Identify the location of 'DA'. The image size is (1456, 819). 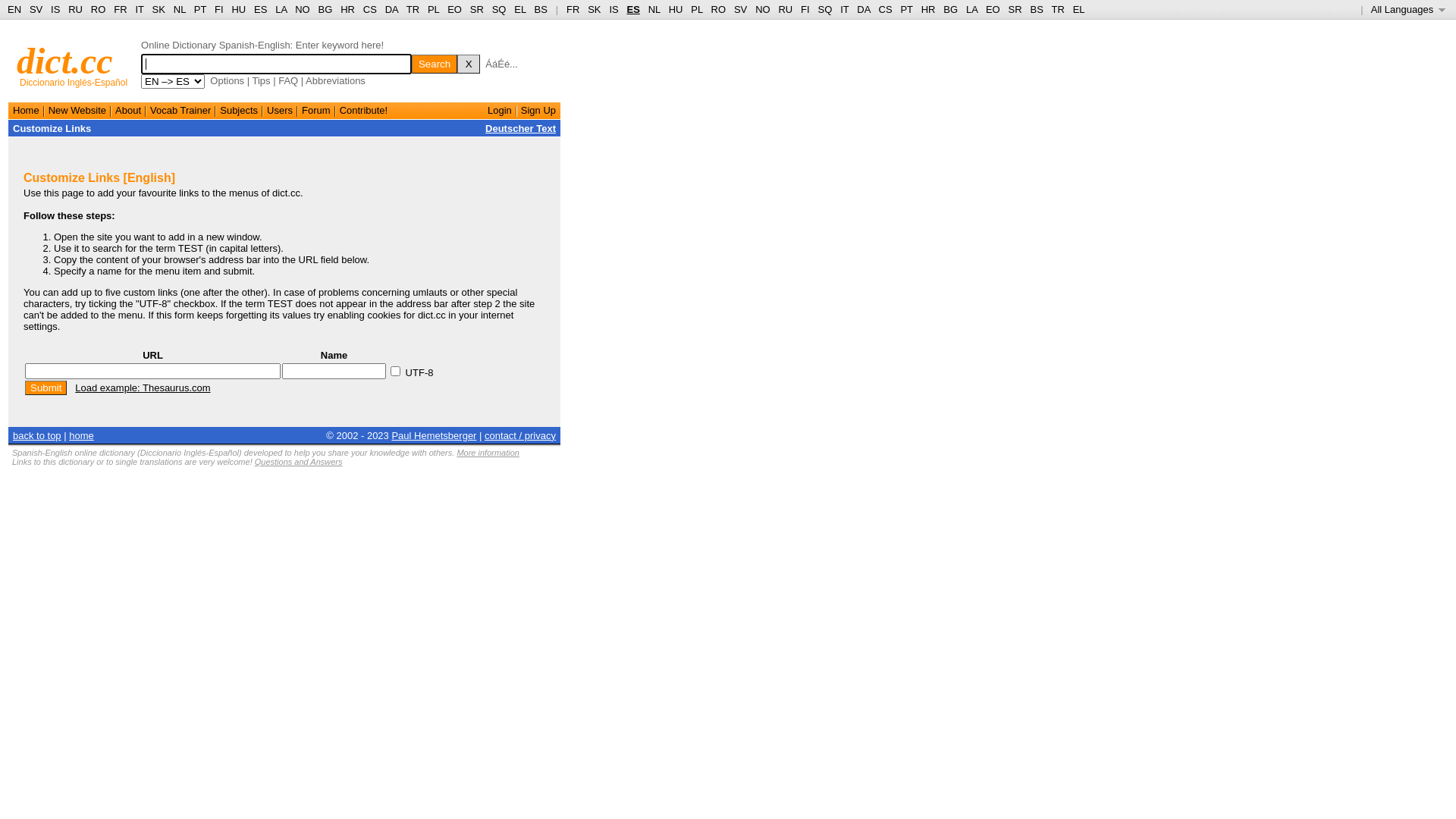
(863, 9).